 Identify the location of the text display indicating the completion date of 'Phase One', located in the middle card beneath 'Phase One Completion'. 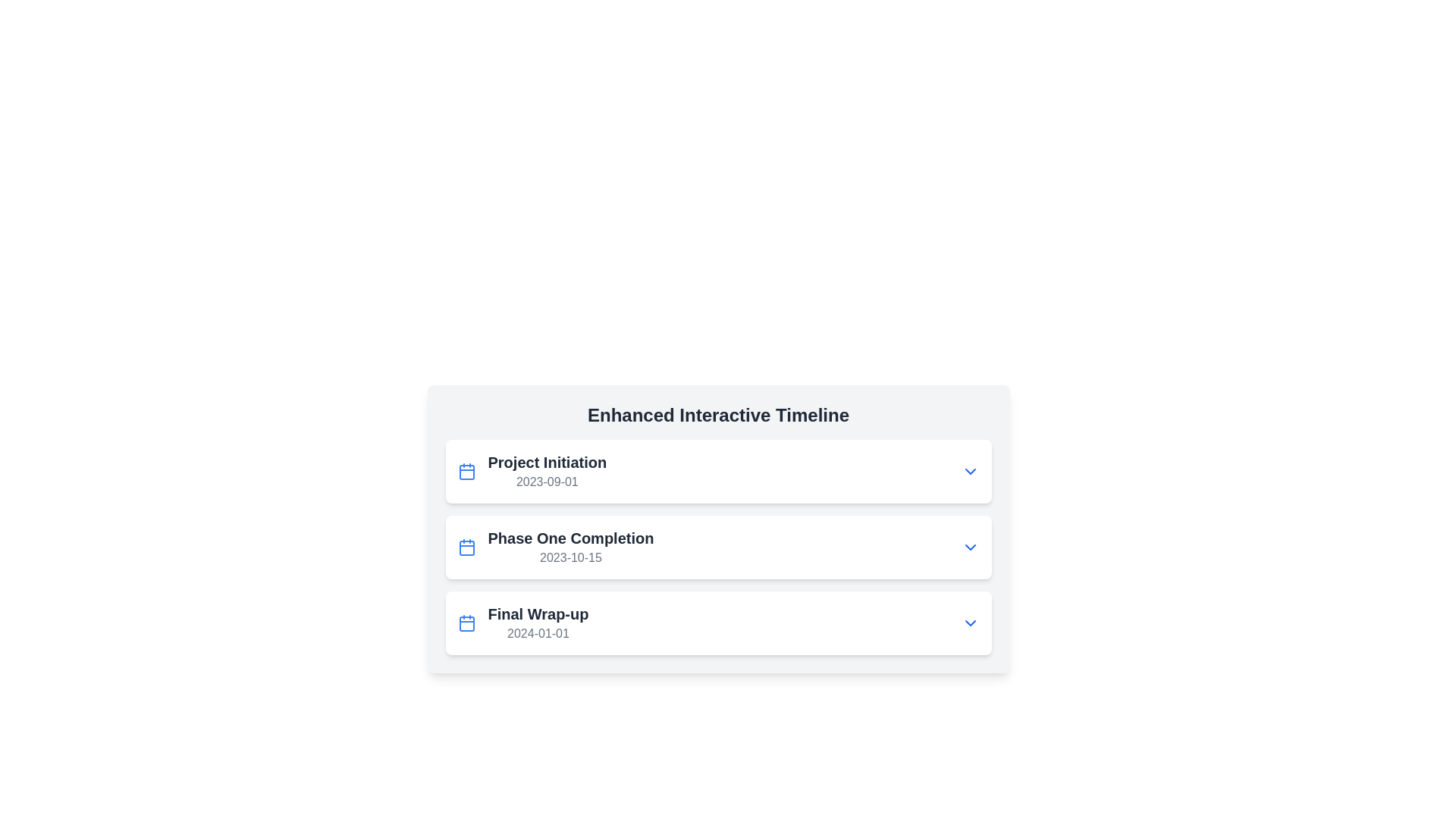
(570, 558).